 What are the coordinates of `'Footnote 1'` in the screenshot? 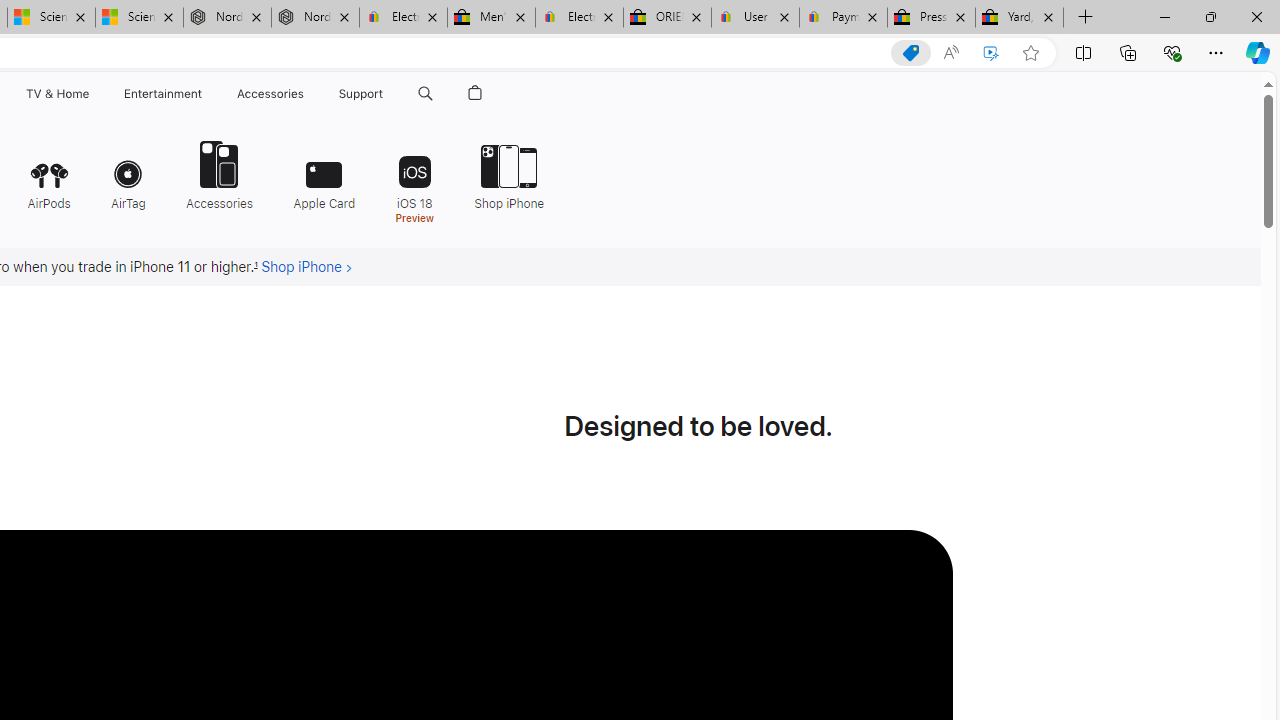 It's located at (255, 266).